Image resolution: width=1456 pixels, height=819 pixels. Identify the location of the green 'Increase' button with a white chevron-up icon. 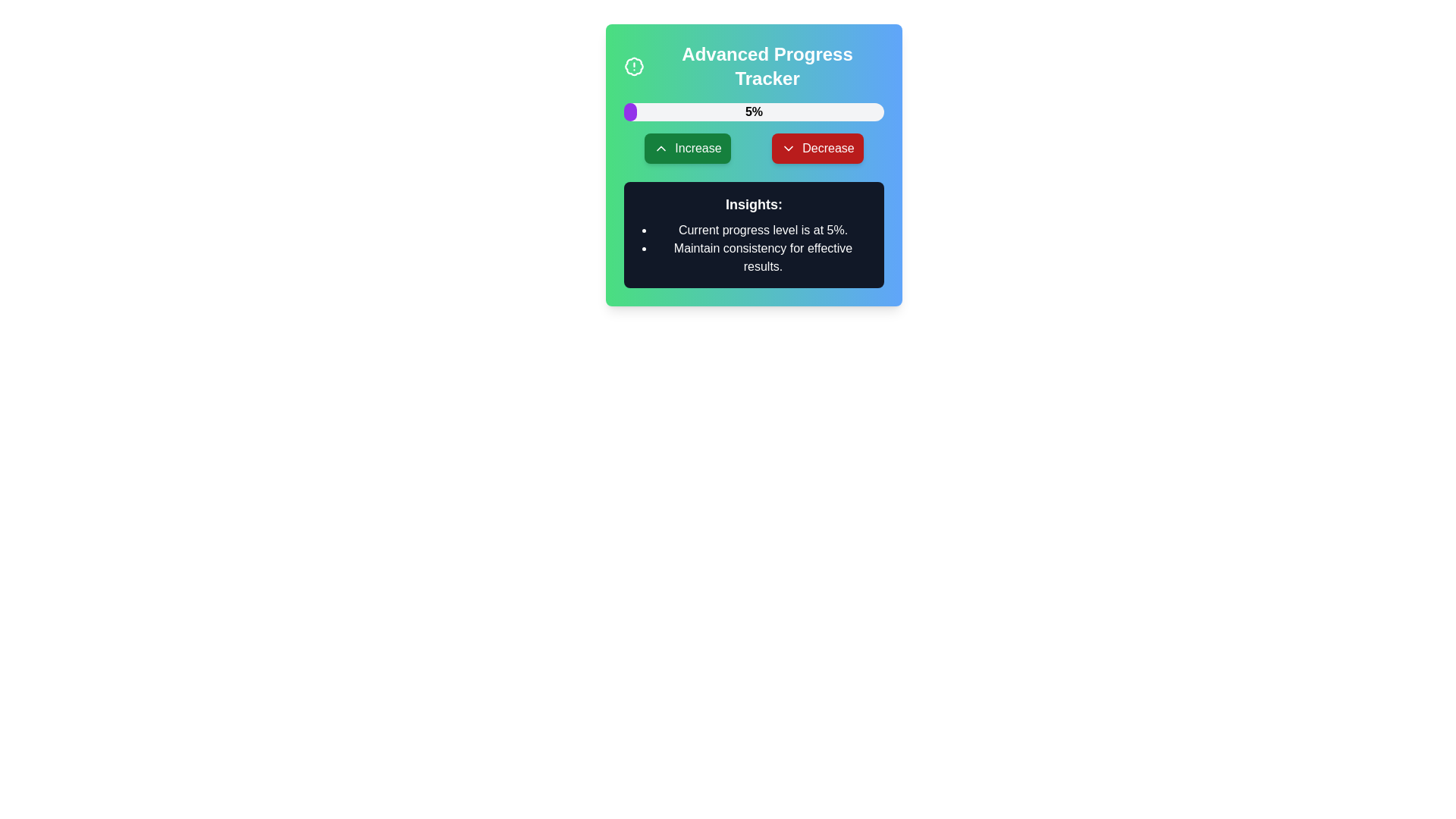
(687, 149).